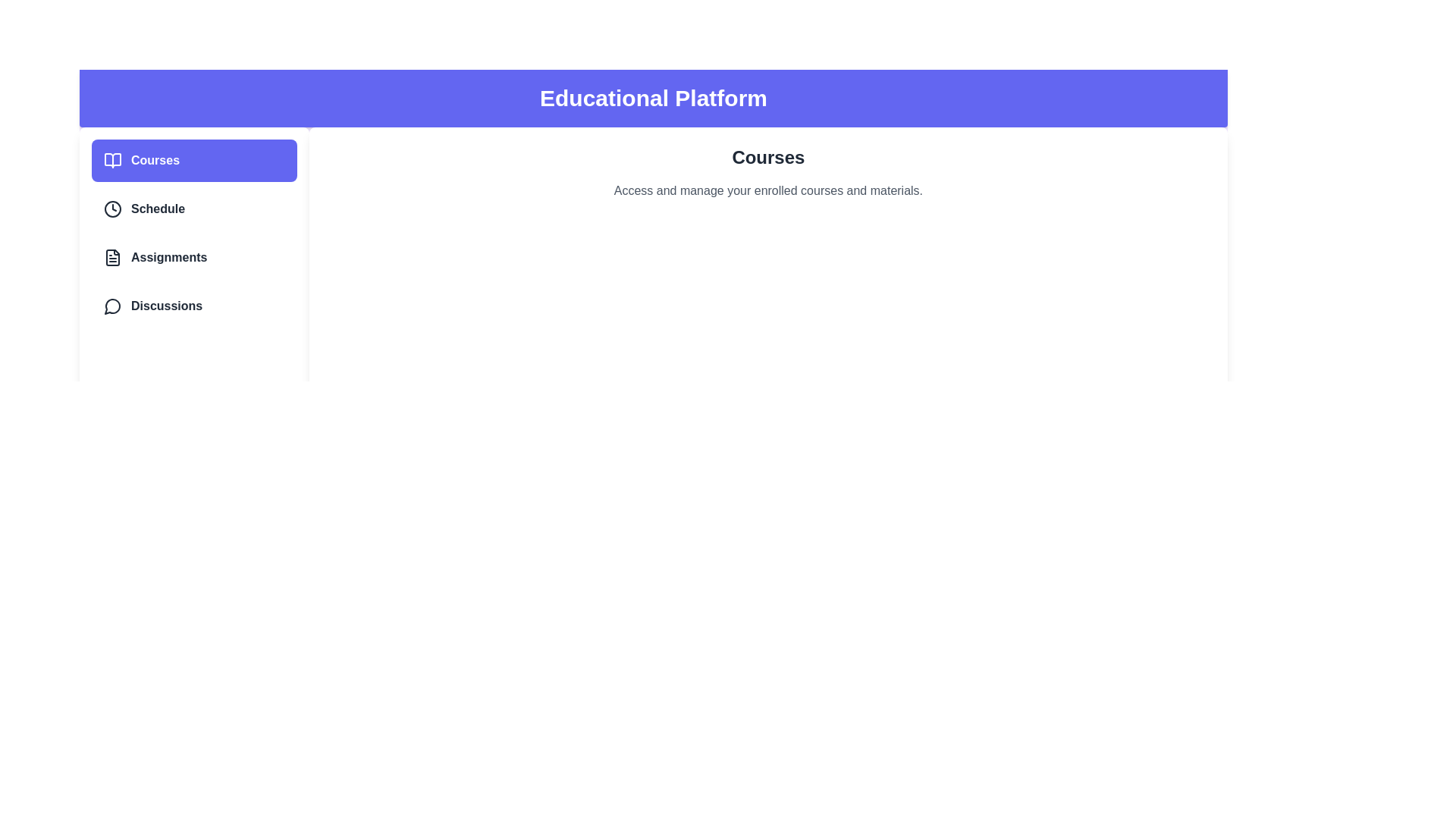 This screenshot has width=1456, height=819. I want to click on the tab labeled Discussions in the sidebar, so click(193, 306).